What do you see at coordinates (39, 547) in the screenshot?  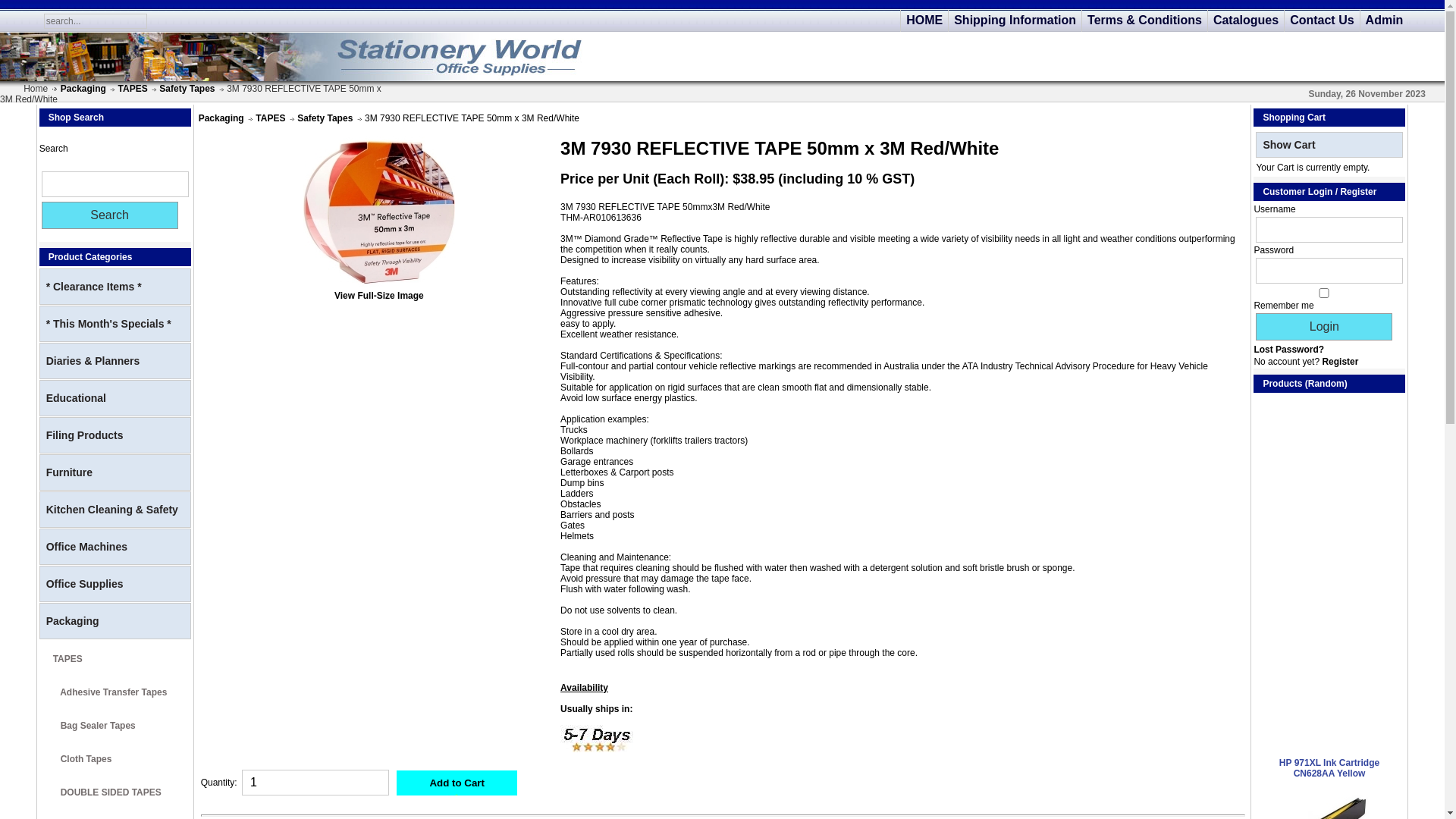 I see `'Office Machines'` at bounding box center [39, 547].